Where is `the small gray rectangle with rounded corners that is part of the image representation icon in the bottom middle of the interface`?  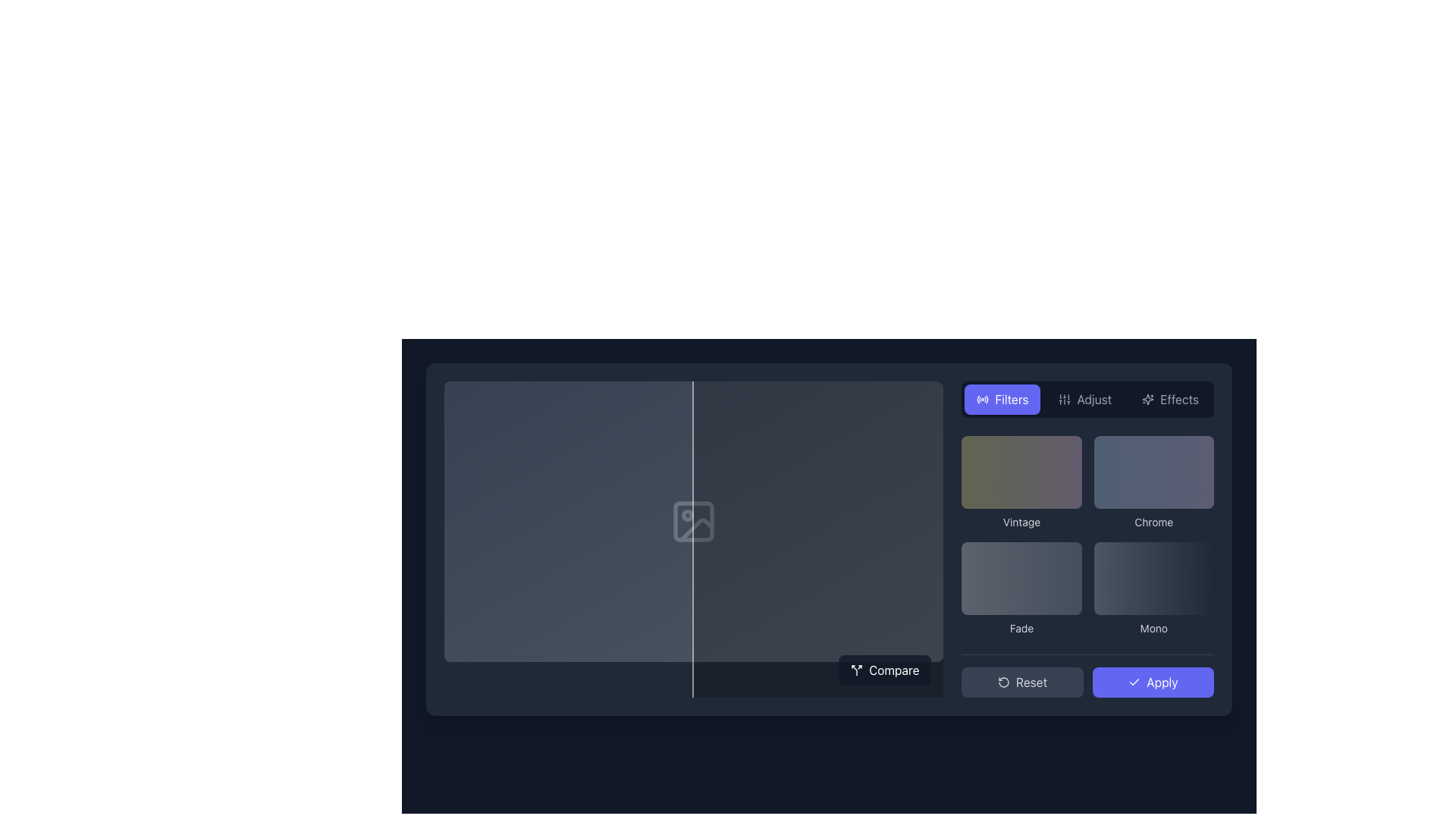 the small gray rectangle with rounded corners that is part of the image representation icon in the bottom middle of the interface is located at coordinates (693, 521).